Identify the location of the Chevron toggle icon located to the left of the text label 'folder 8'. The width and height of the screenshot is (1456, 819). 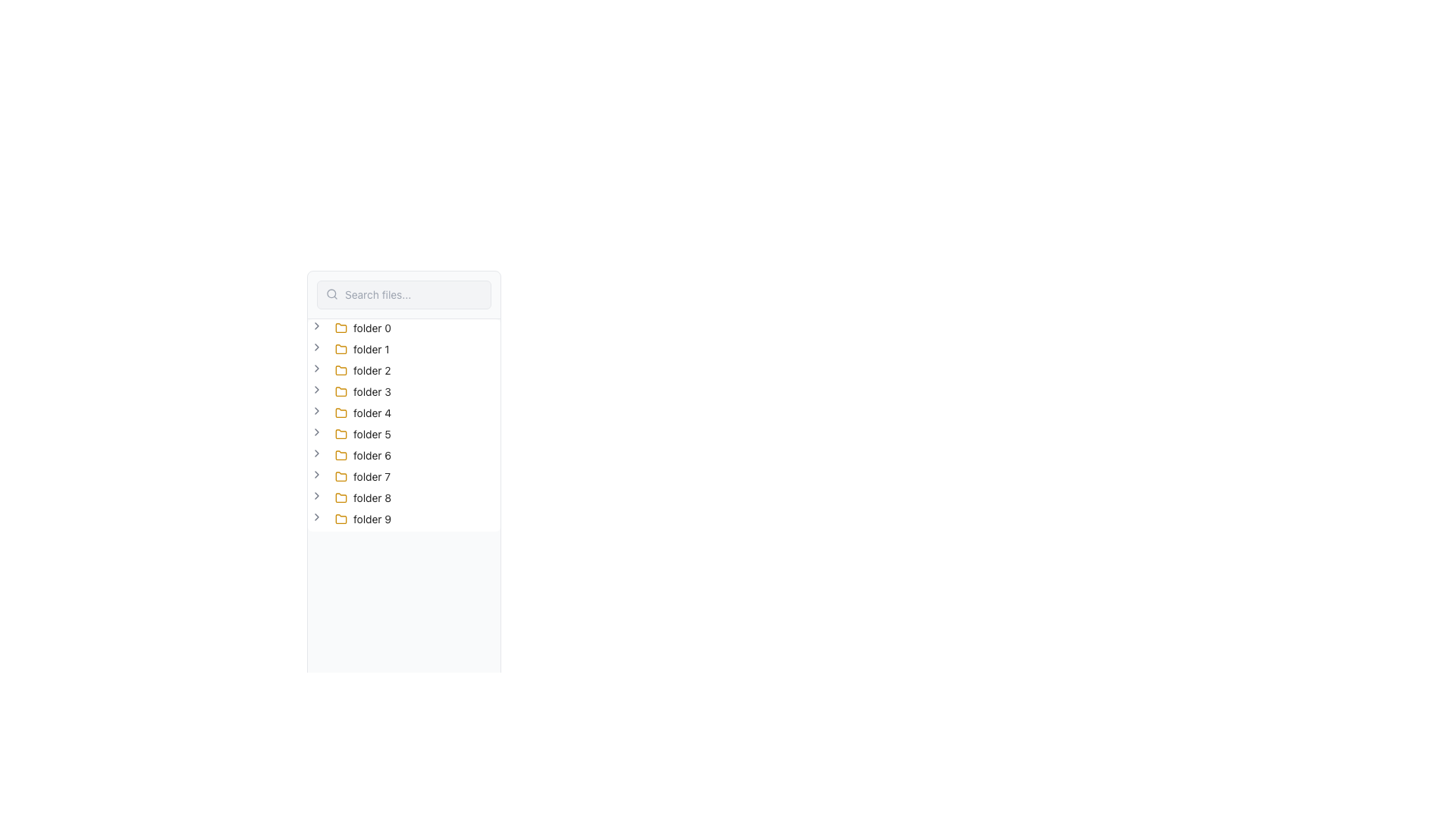
(315, 496).